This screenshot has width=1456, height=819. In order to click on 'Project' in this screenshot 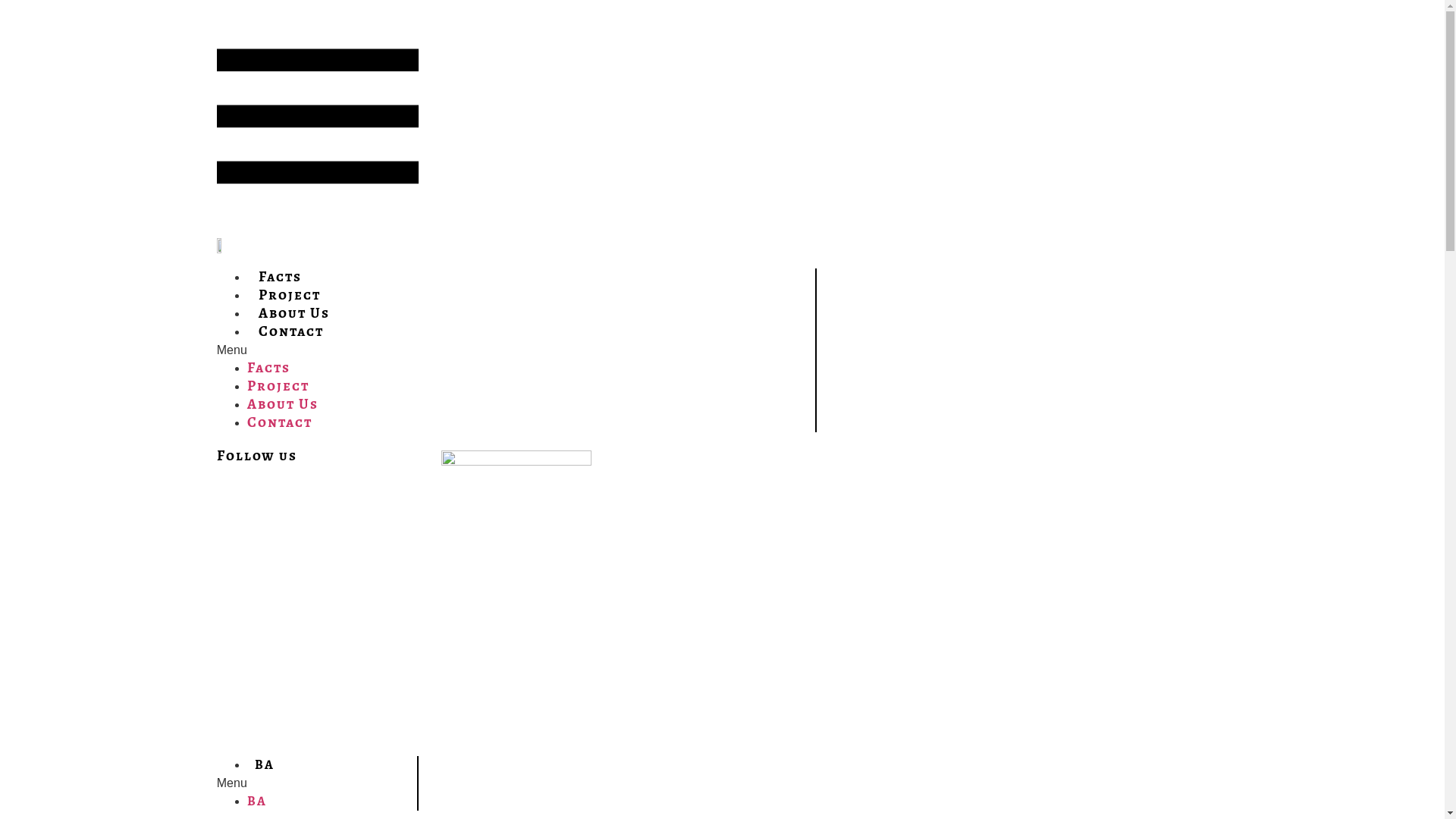, I will do `click(278, 384)`.